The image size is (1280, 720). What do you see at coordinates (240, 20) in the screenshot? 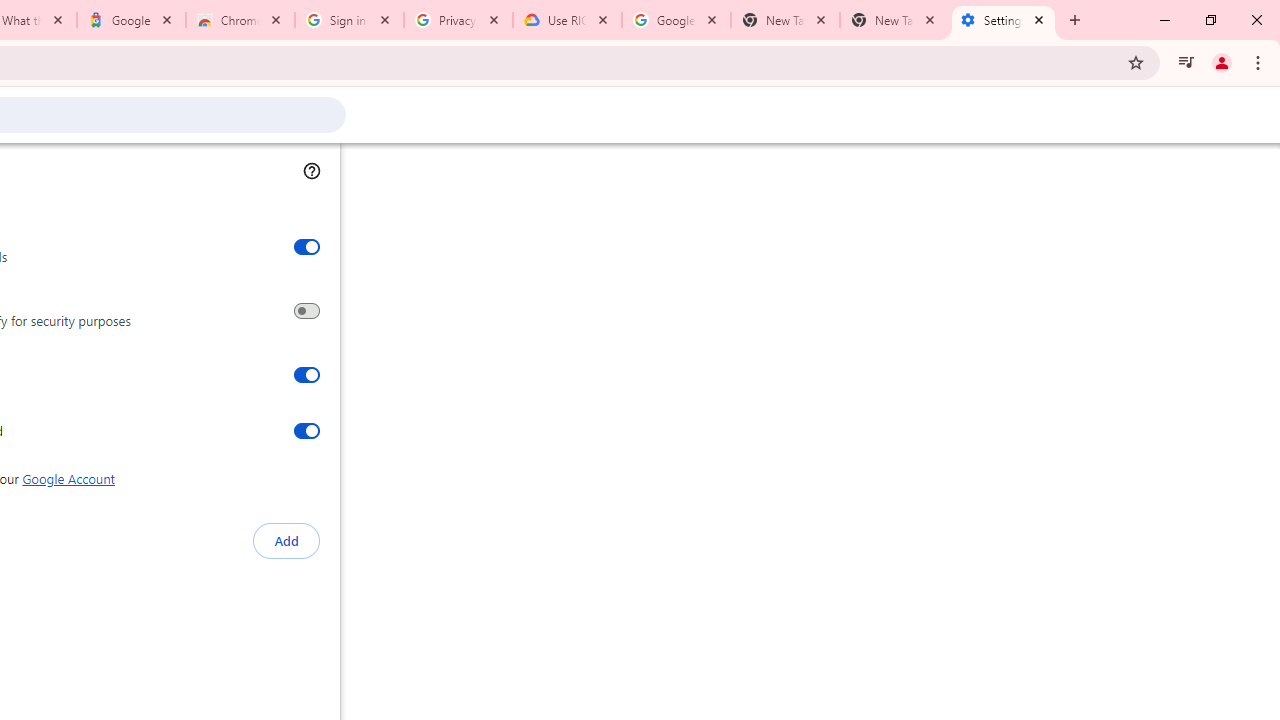
I see `'Chrome Web Store - Color themes by Chrome'` at bounding box center [240, 20].